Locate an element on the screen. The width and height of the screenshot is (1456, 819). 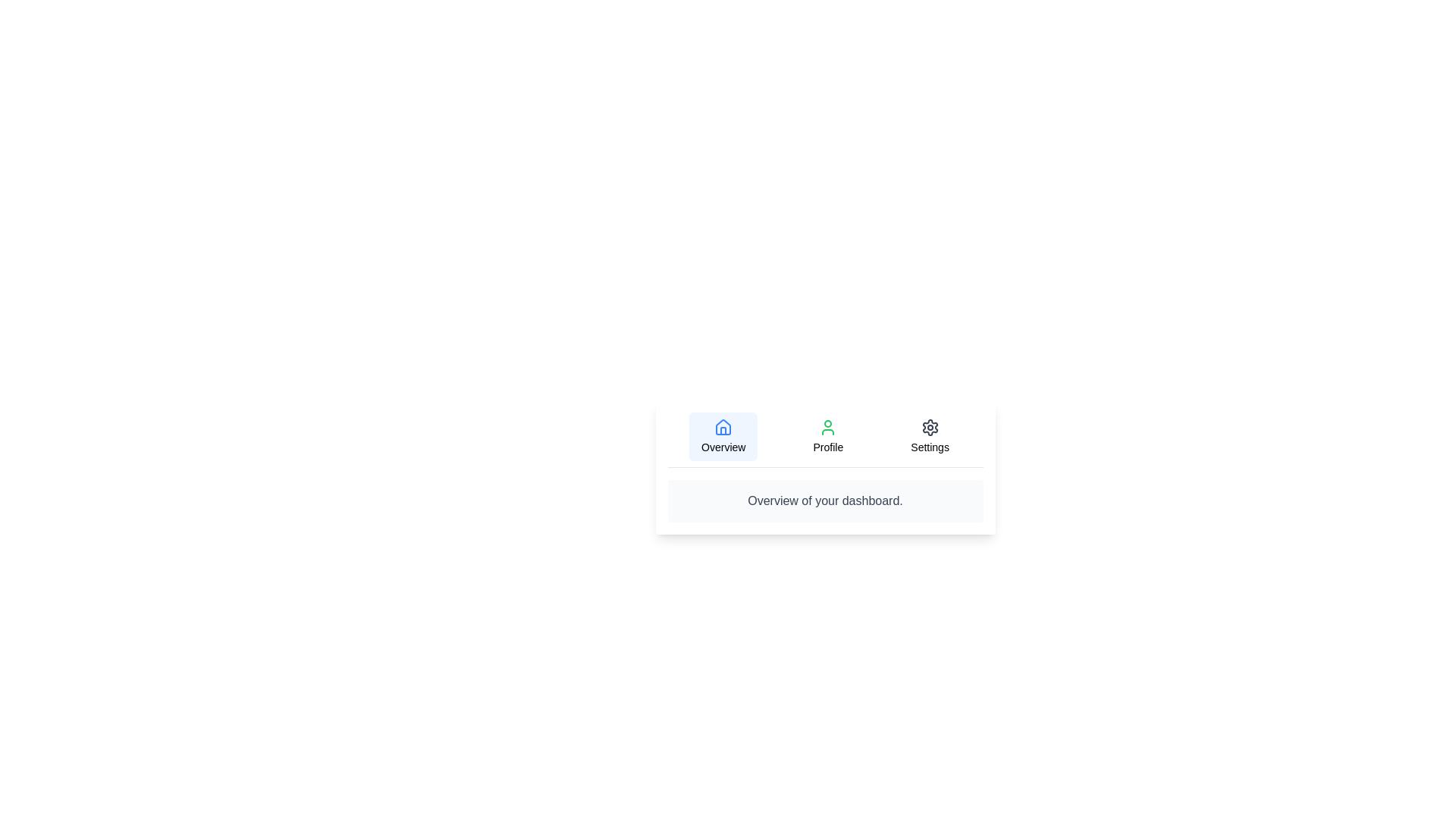
the Overview tab to switch views is located at coordinates (723, 436).